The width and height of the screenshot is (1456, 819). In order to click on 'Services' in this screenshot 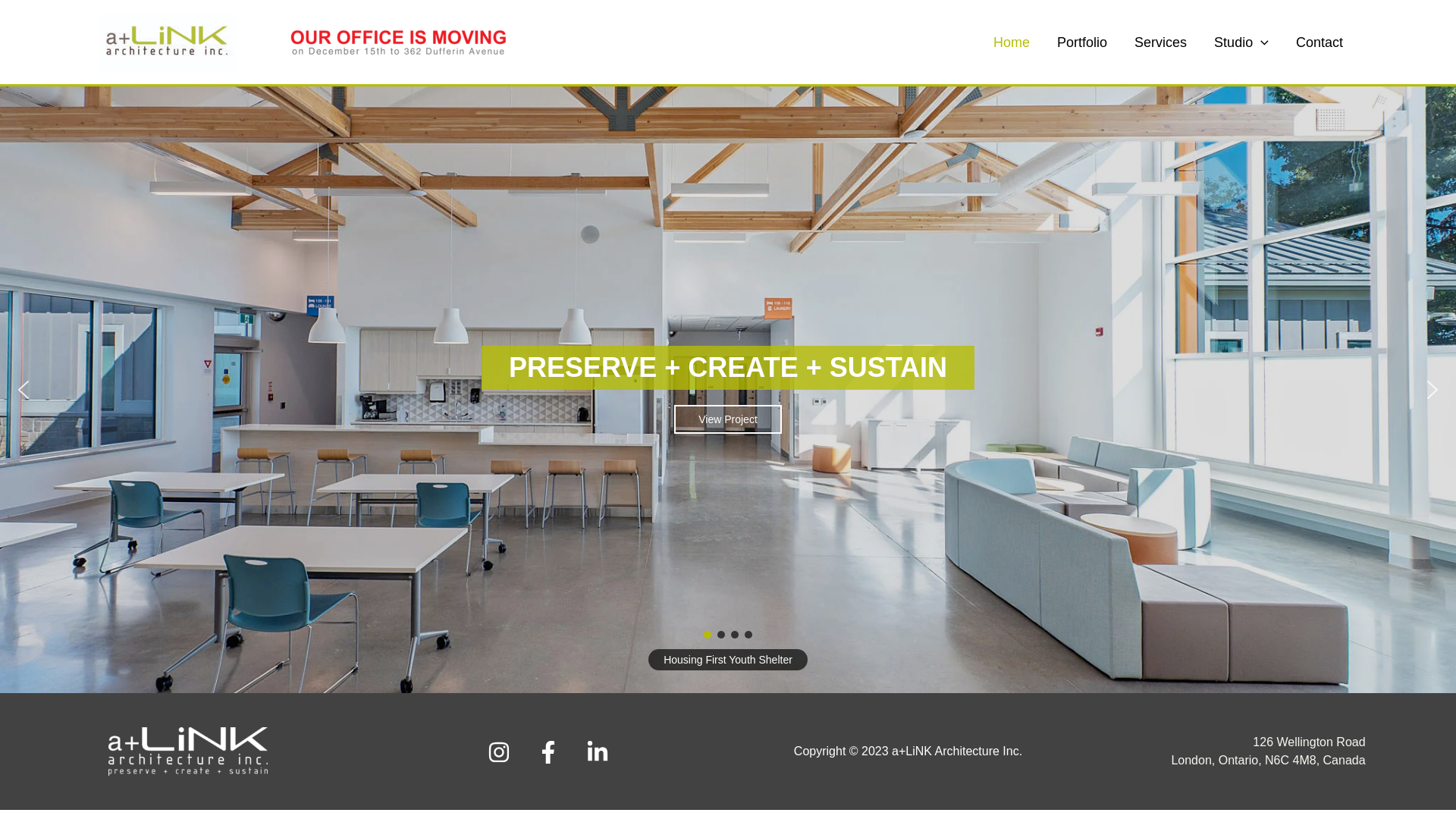, I will do `click(1159, 40)`.